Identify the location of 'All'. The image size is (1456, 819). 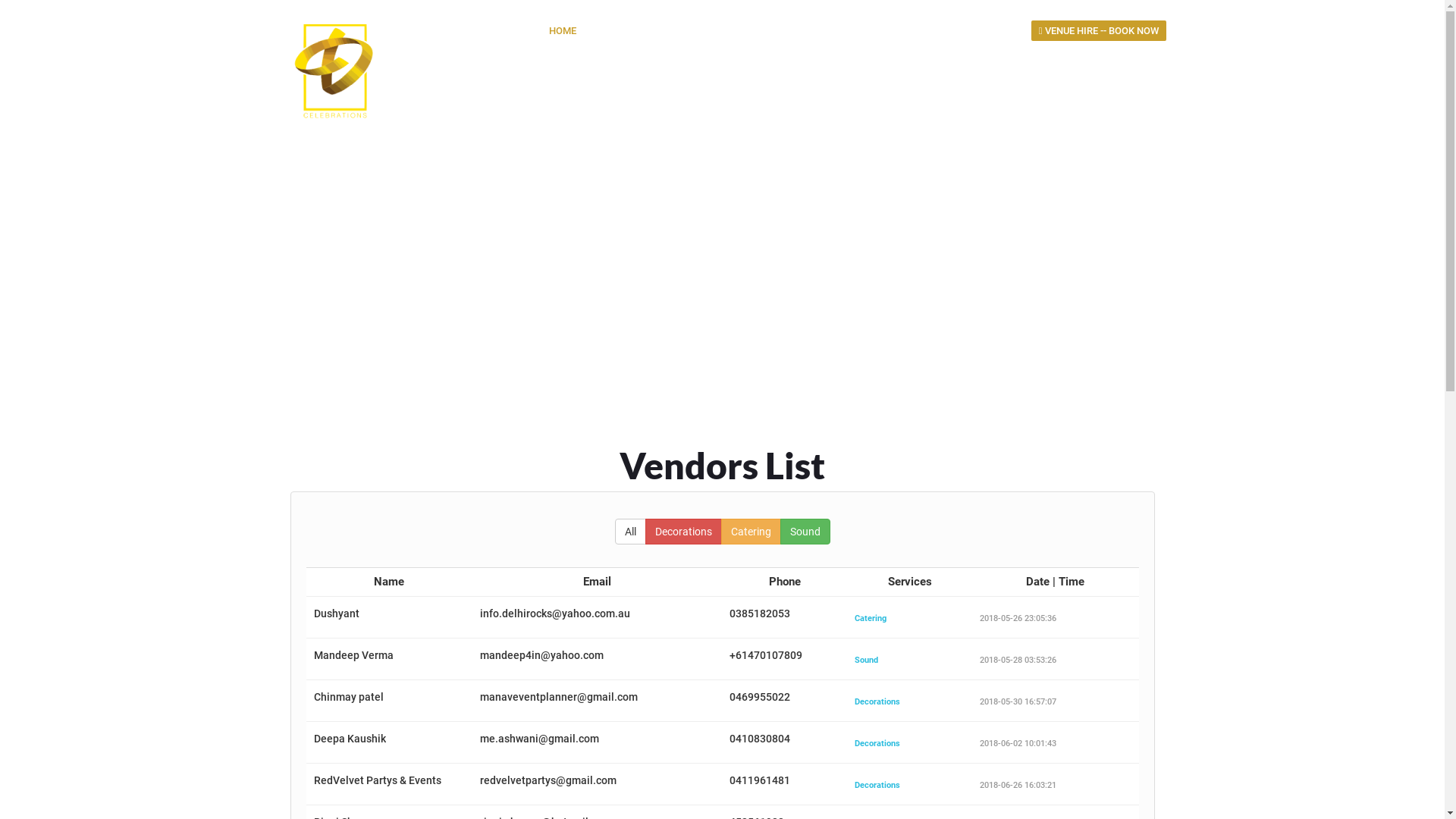
(629, 531).